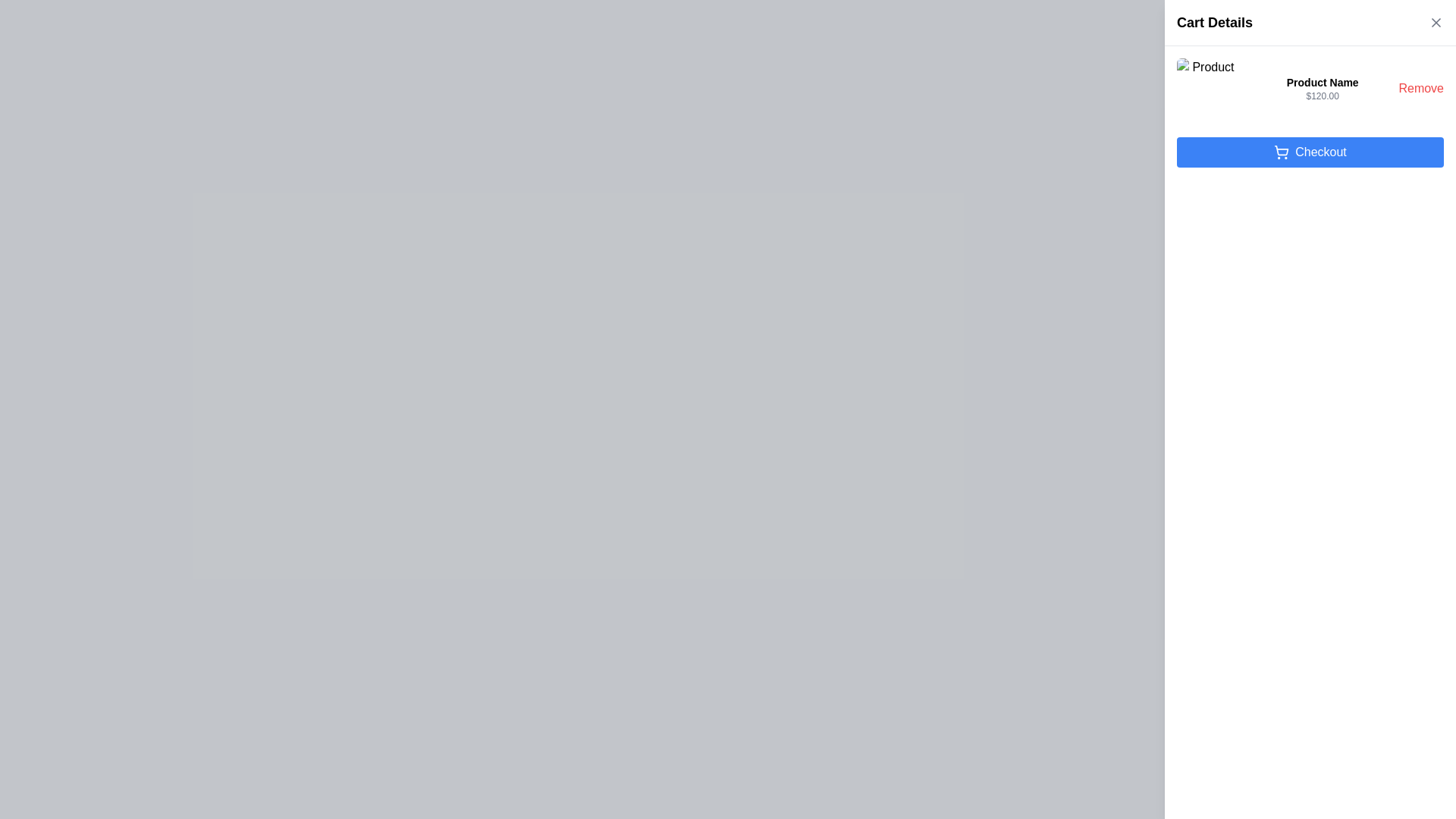 This screenshot has width=1456, height=819. I want to click on text displaying the price of the product located below 'Product Name' in the top-right of the cart view, so click(1322, 96).